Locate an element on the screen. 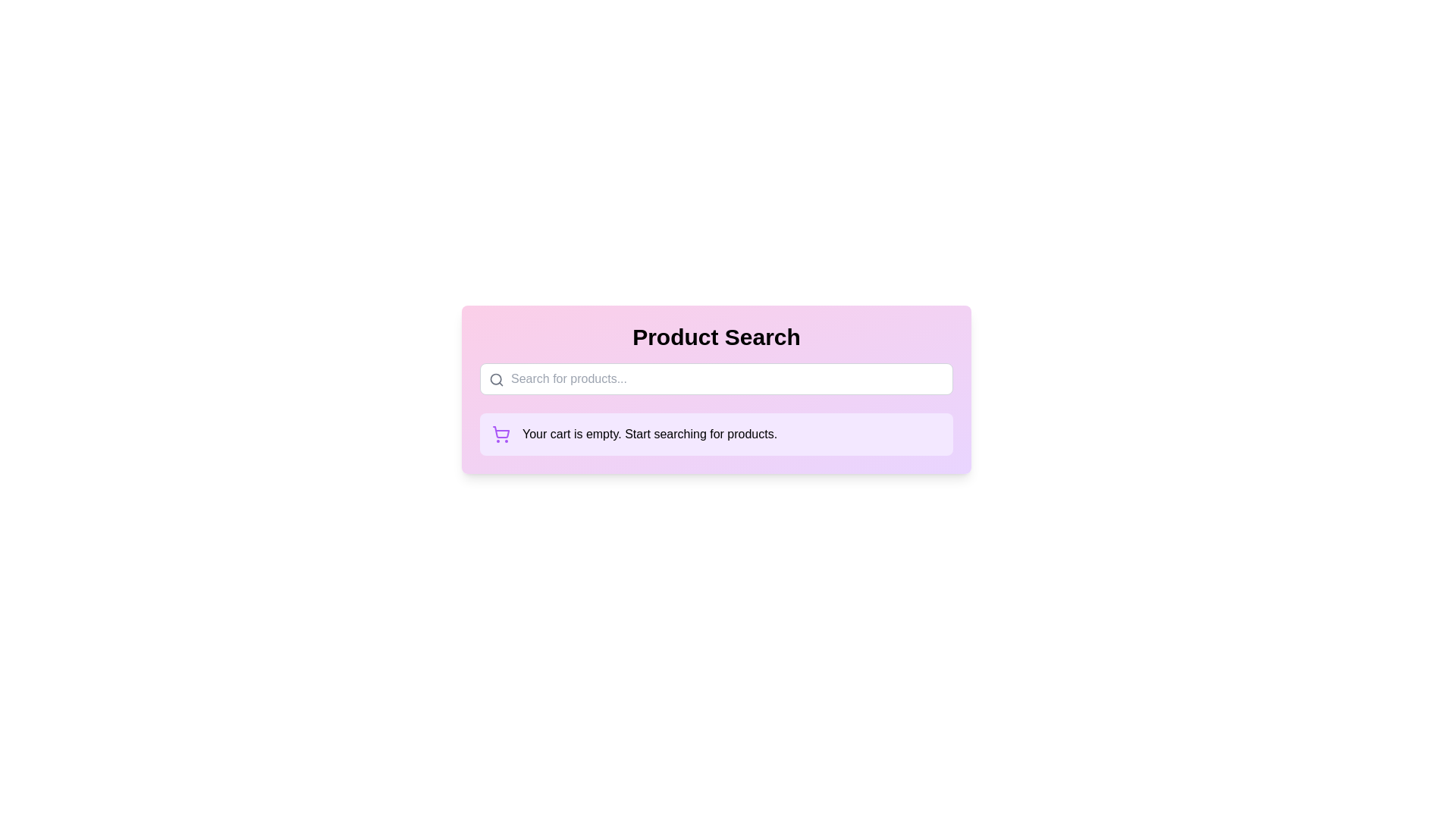 Image resolution: width=1456 pixels, height=819 pixels. the decorative shopping cart icon located on the left side of the text 'Your cart is empty. Start searching for products.' is located at coordinates (501, 432).